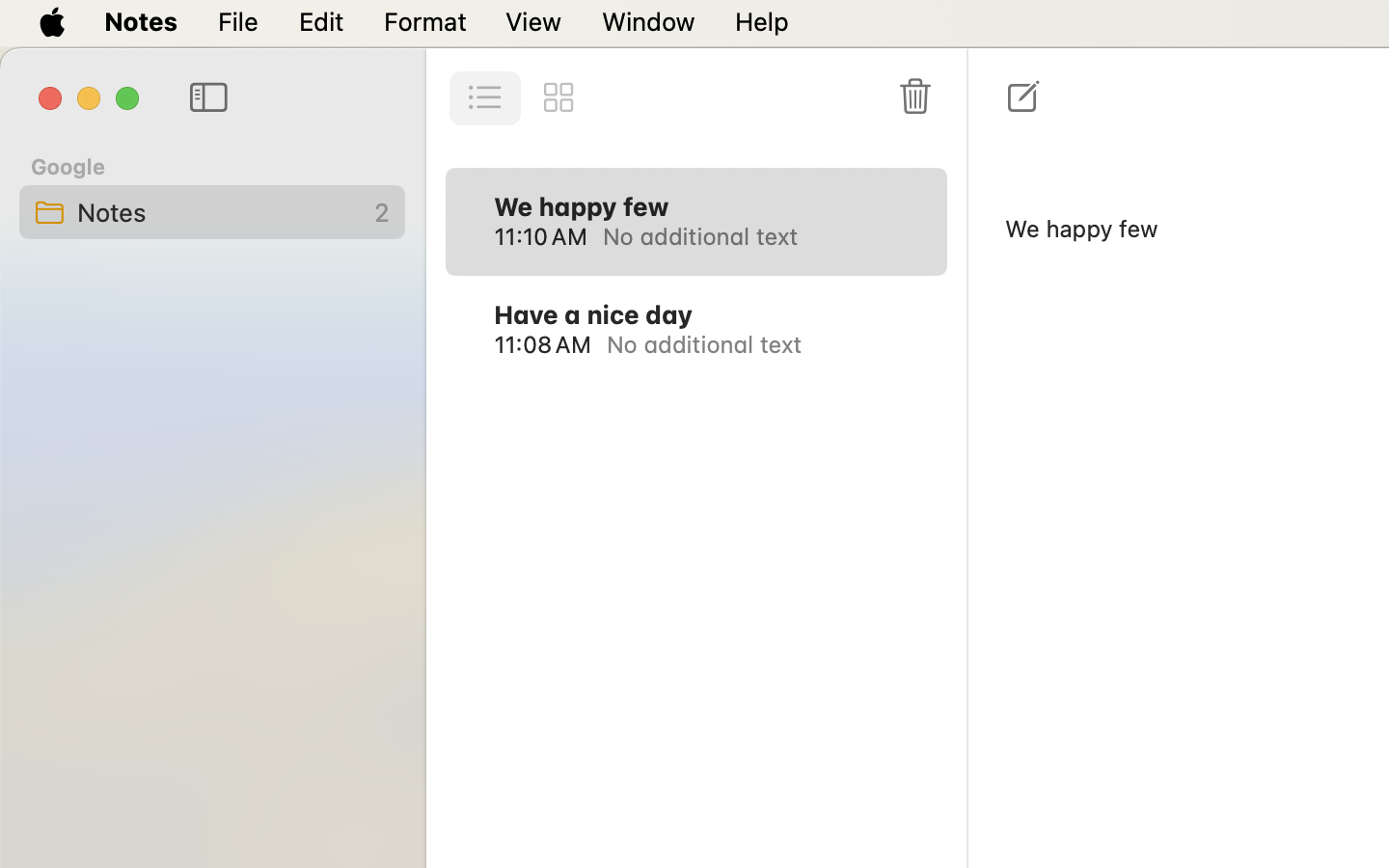 This screenshot has width=1389, height=868. What do you see at coordinates (540, 234) in the screenshot?
I see `'11:10 AM'` at bounding box center [540, 234].